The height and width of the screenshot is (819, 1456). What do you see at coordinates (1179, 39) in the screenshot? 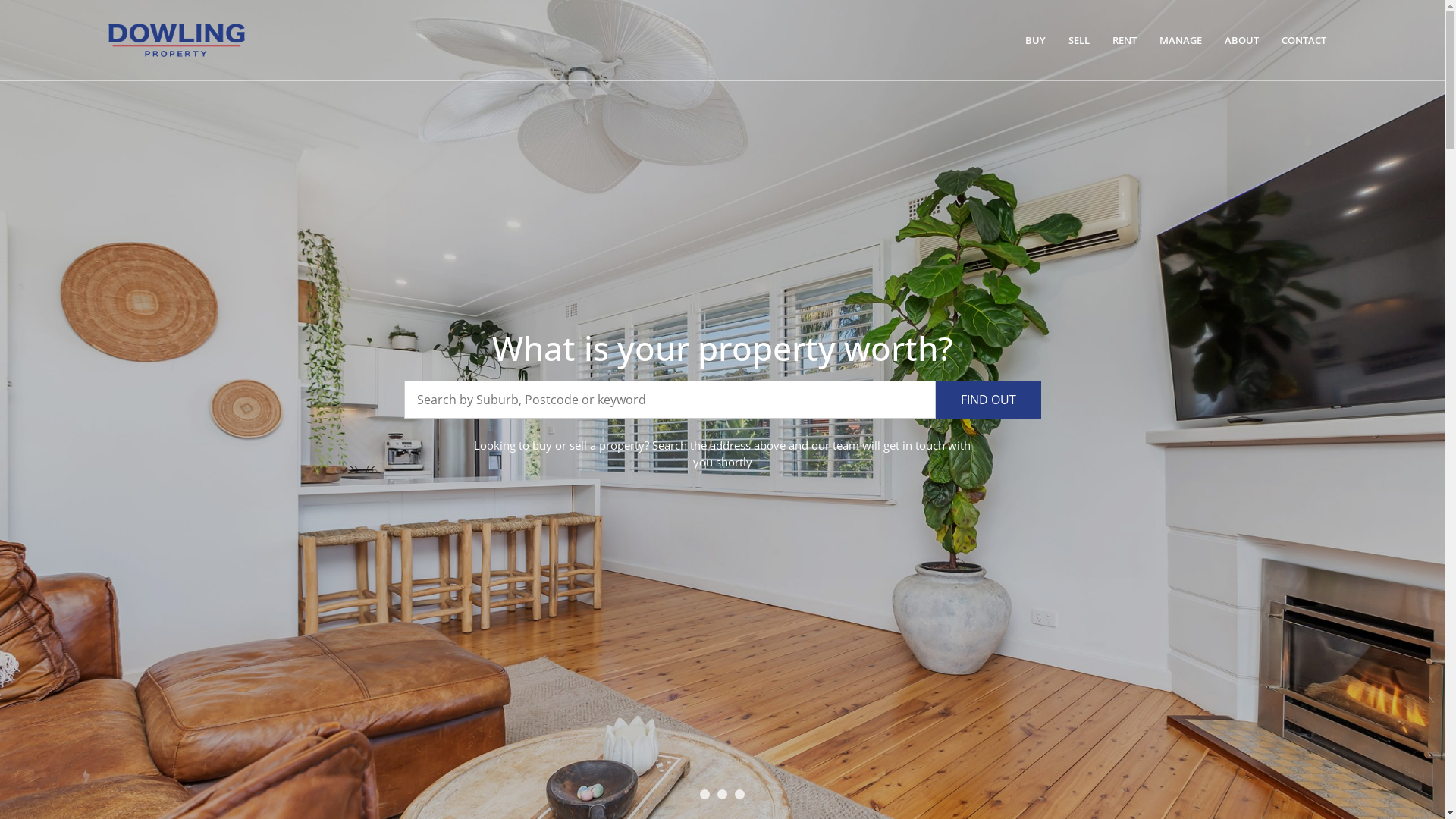
I see `'MANAGE'` at bounding box center [1179, 39].